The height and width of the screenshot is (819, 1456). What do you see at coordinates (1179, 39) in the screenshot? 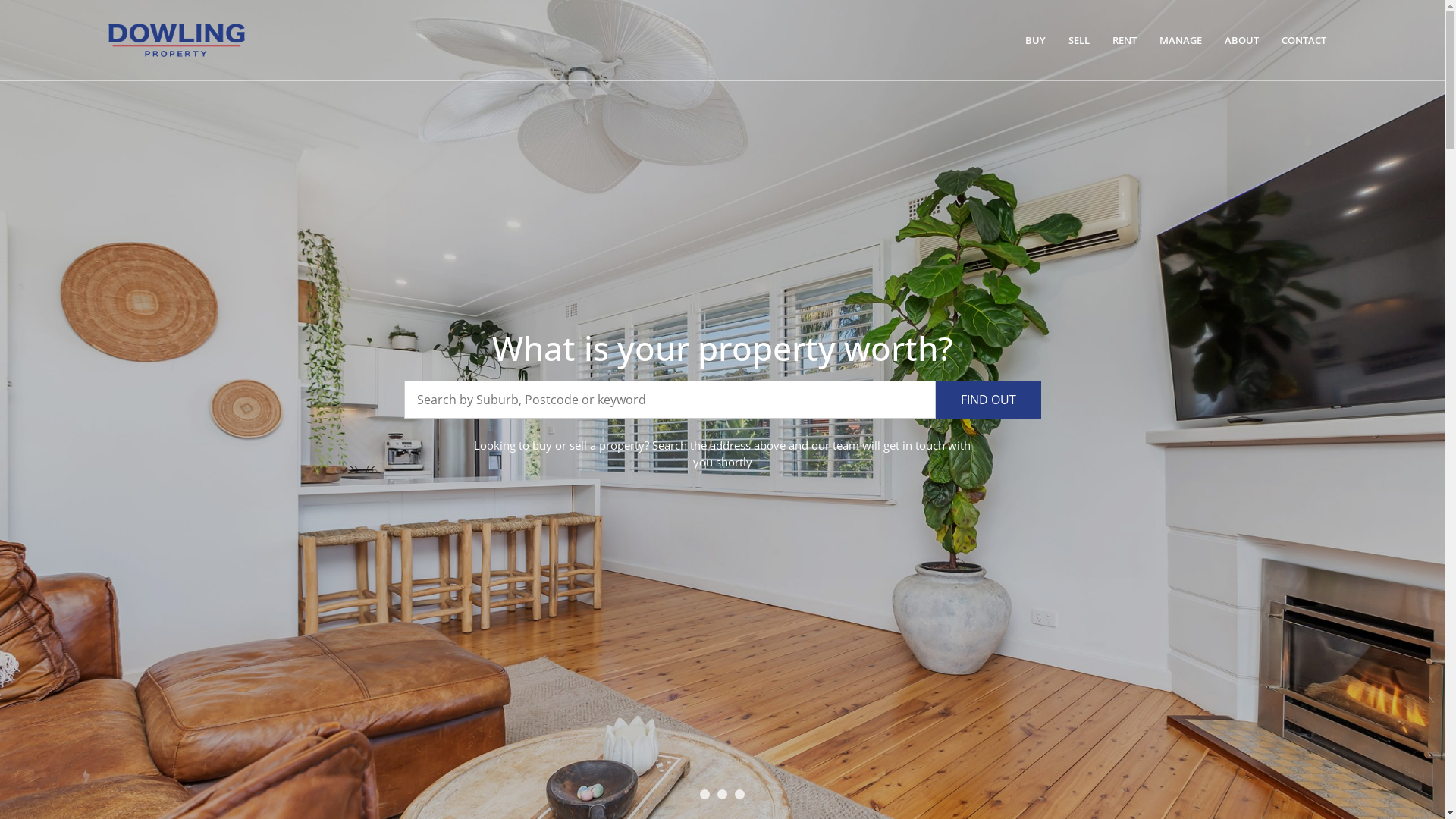
I see `'MANAGE'` at bounding box center [1179, 39].